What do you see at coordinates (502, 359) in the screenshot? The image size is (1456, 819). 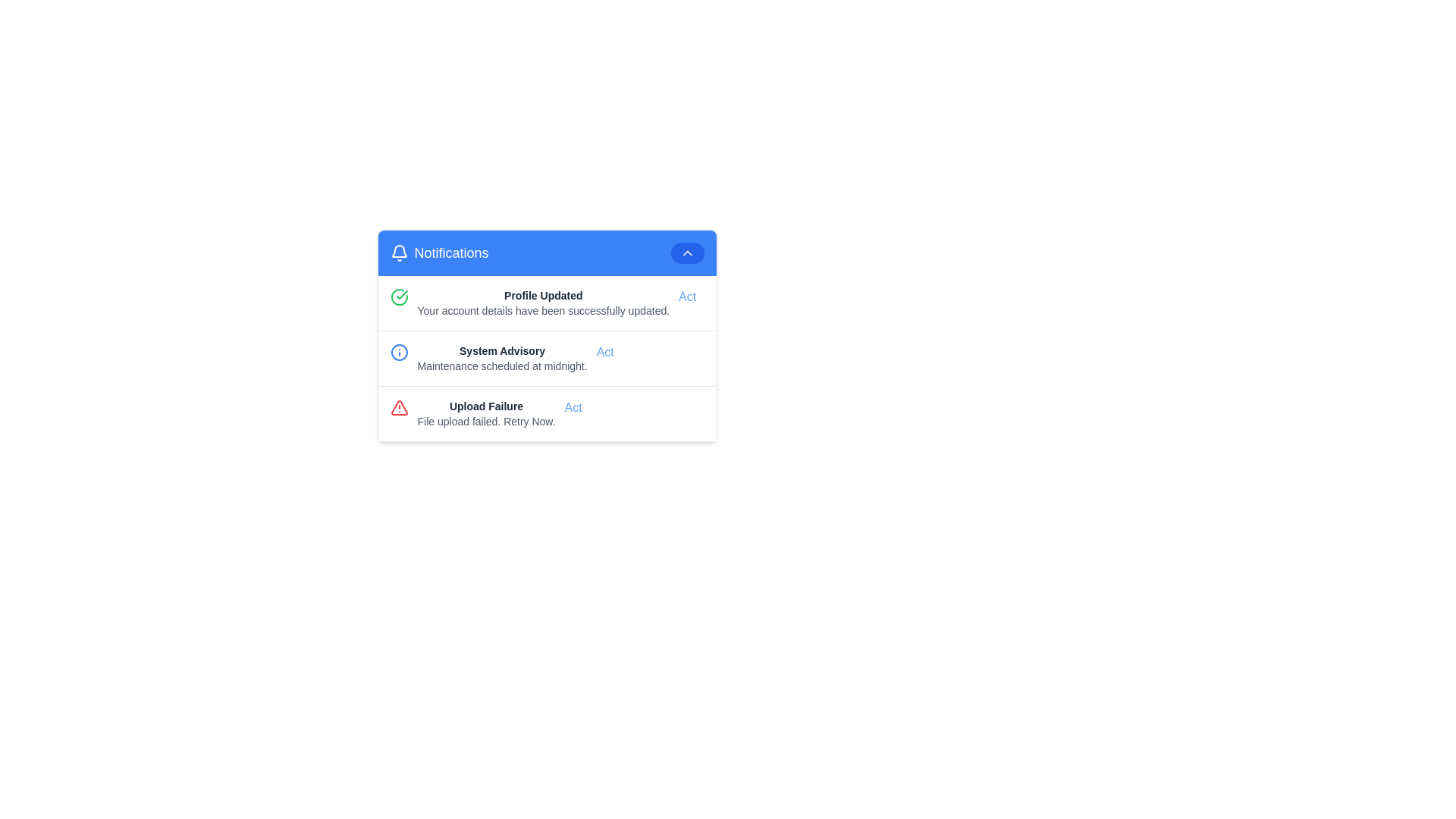 I see `text content of the Text Display Component that displays a notification about a scheduled maintenance event, located centrally in the notification section` at bounding box center [502, 359].